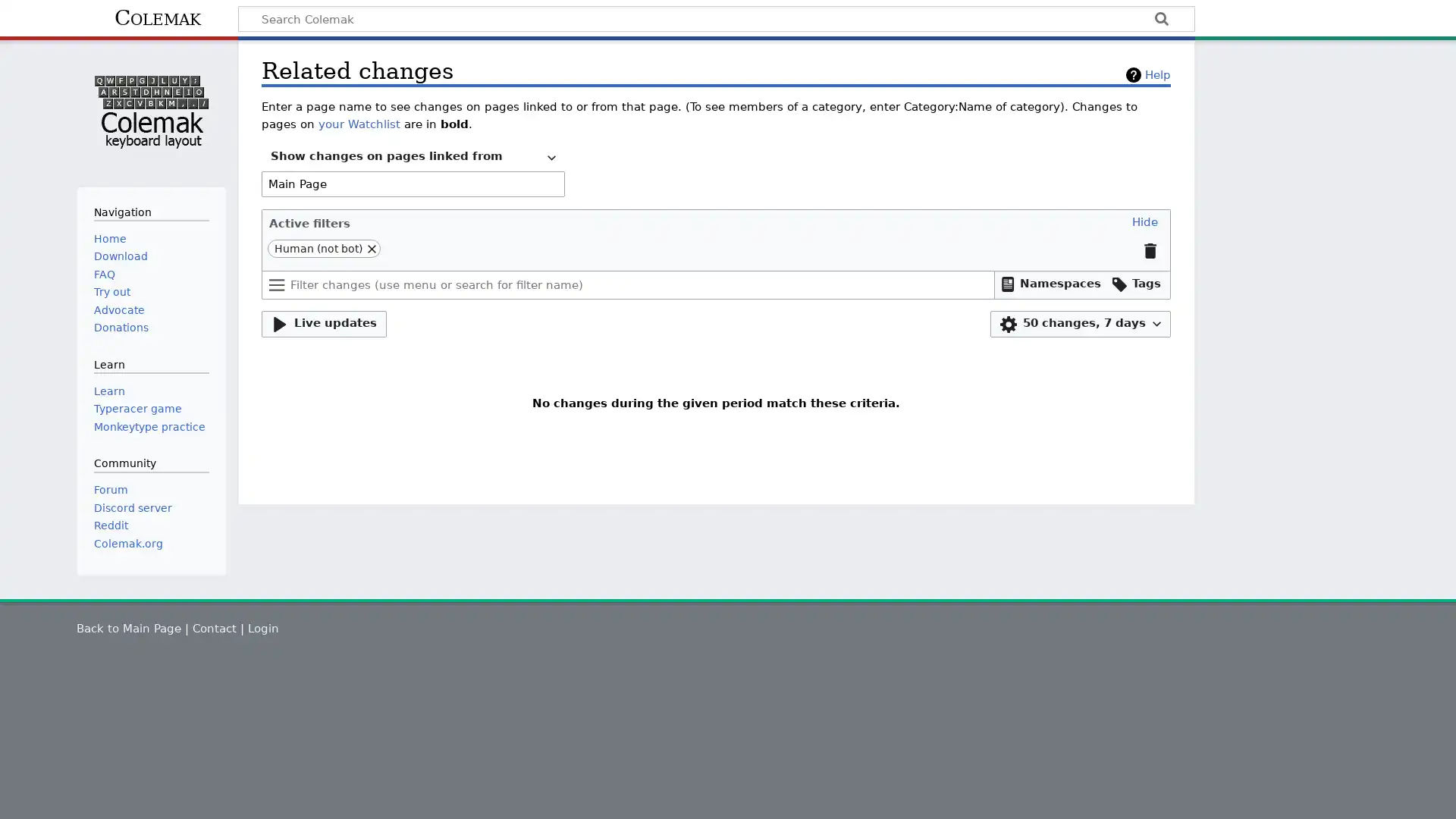 The width and height of the screenshot is (1456, 819). I want to click on Live updates, so click(323, 323).